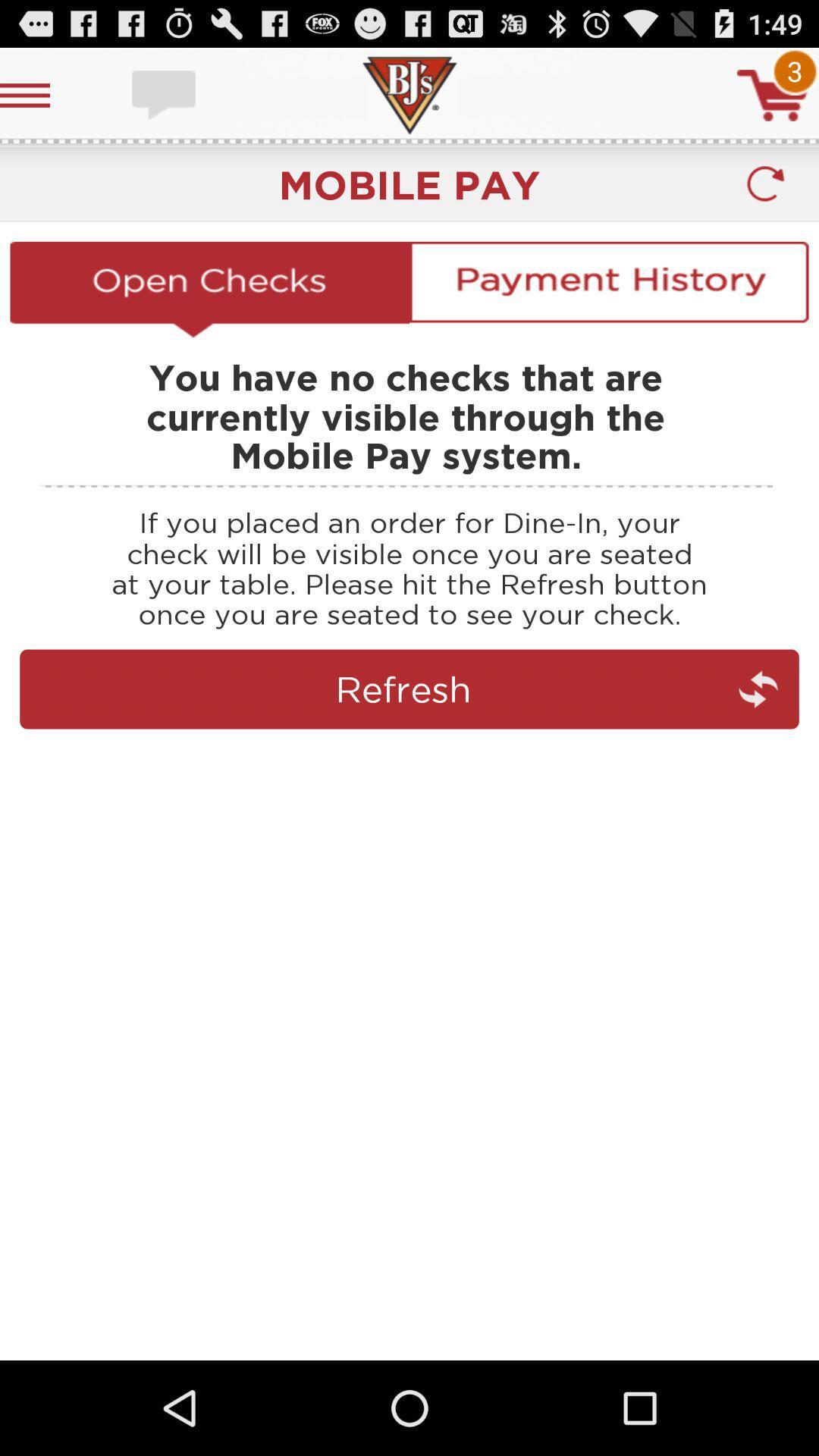  I want to click on payment history button, so click(608, 289).